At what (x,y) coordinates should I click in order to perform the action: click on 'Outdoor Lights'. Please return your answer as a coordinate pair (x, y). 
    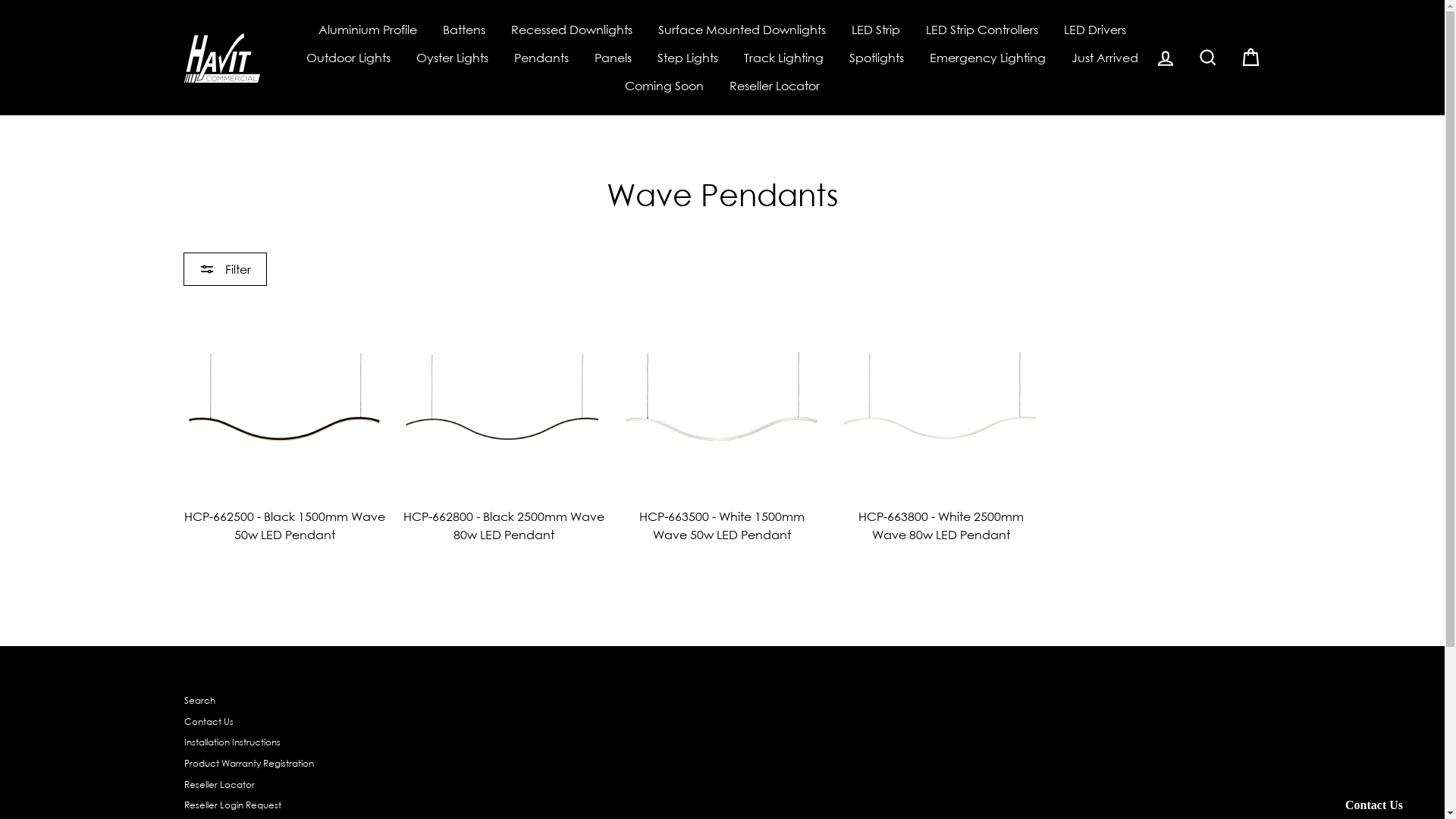
    Looking at the image, I should click on (347, 56).